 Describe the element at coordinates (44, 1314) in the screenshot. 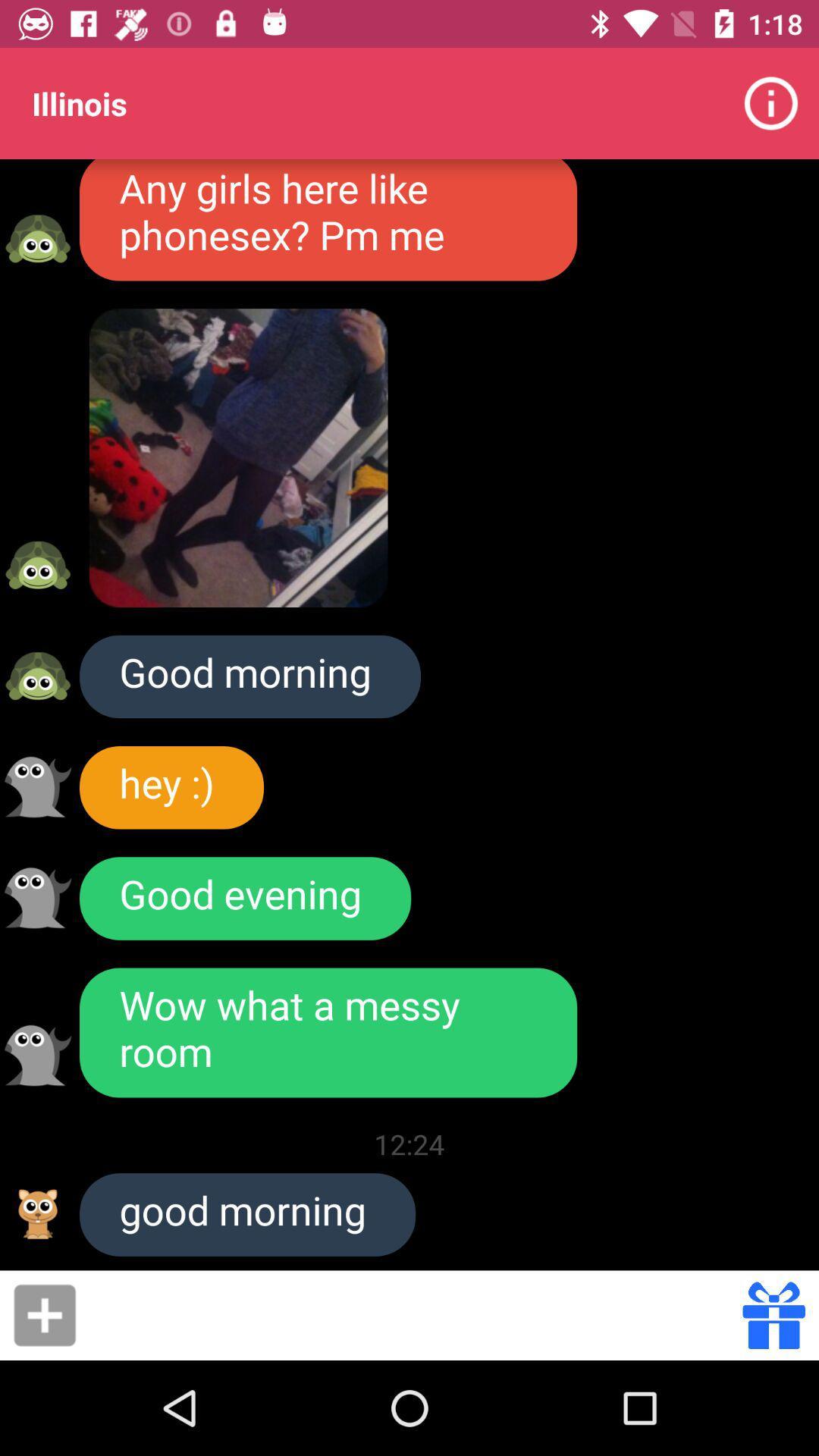

I see `the add icon` at that location.